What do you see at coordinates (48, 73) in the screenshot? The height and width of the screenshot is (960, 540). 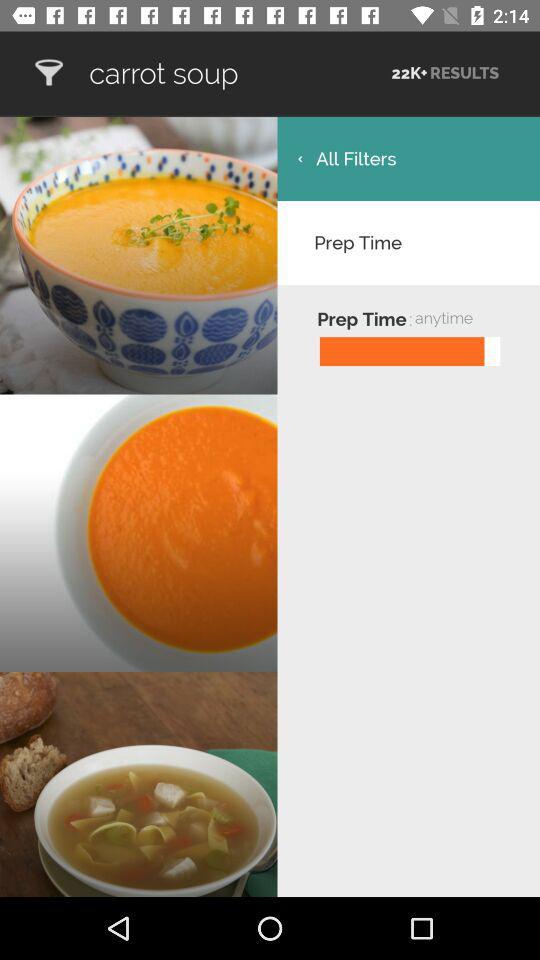 I see `open recipe` at bounding box center [48, 73].